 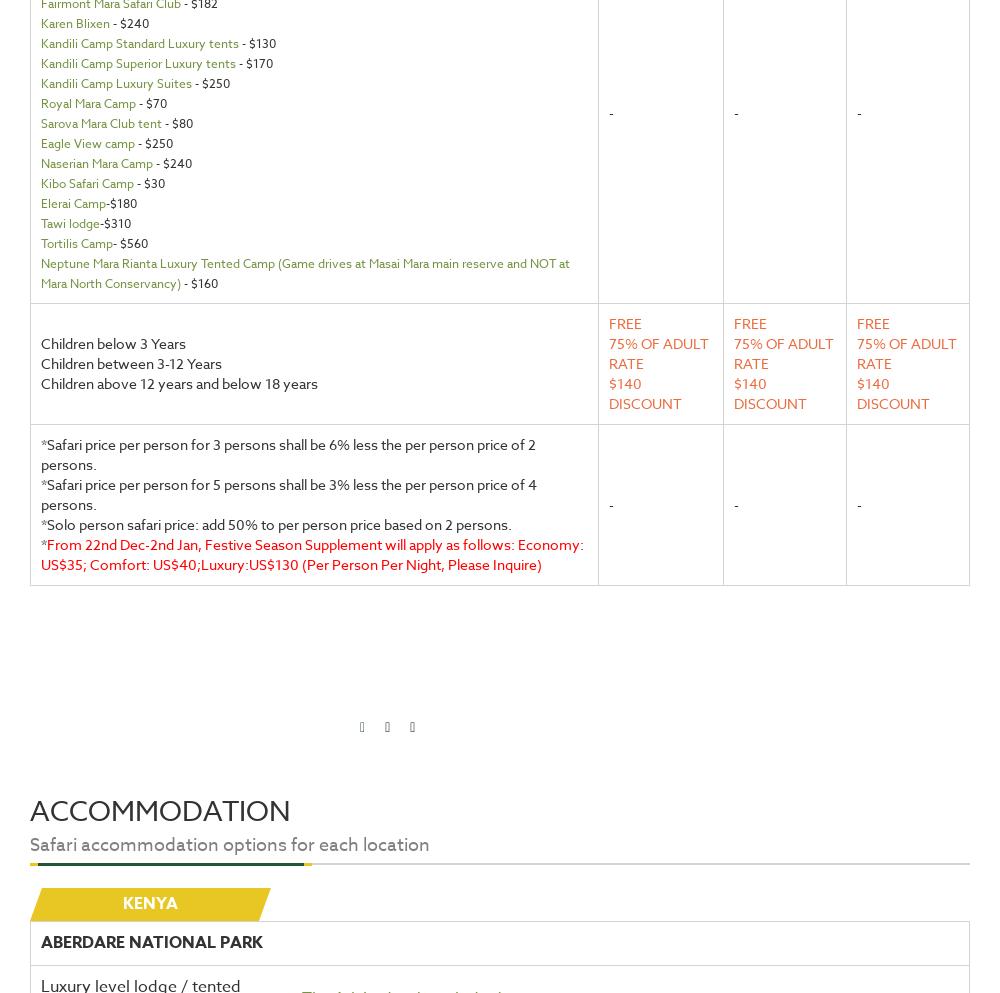 I want to click on '-  $70', so click(x=136, y=102).